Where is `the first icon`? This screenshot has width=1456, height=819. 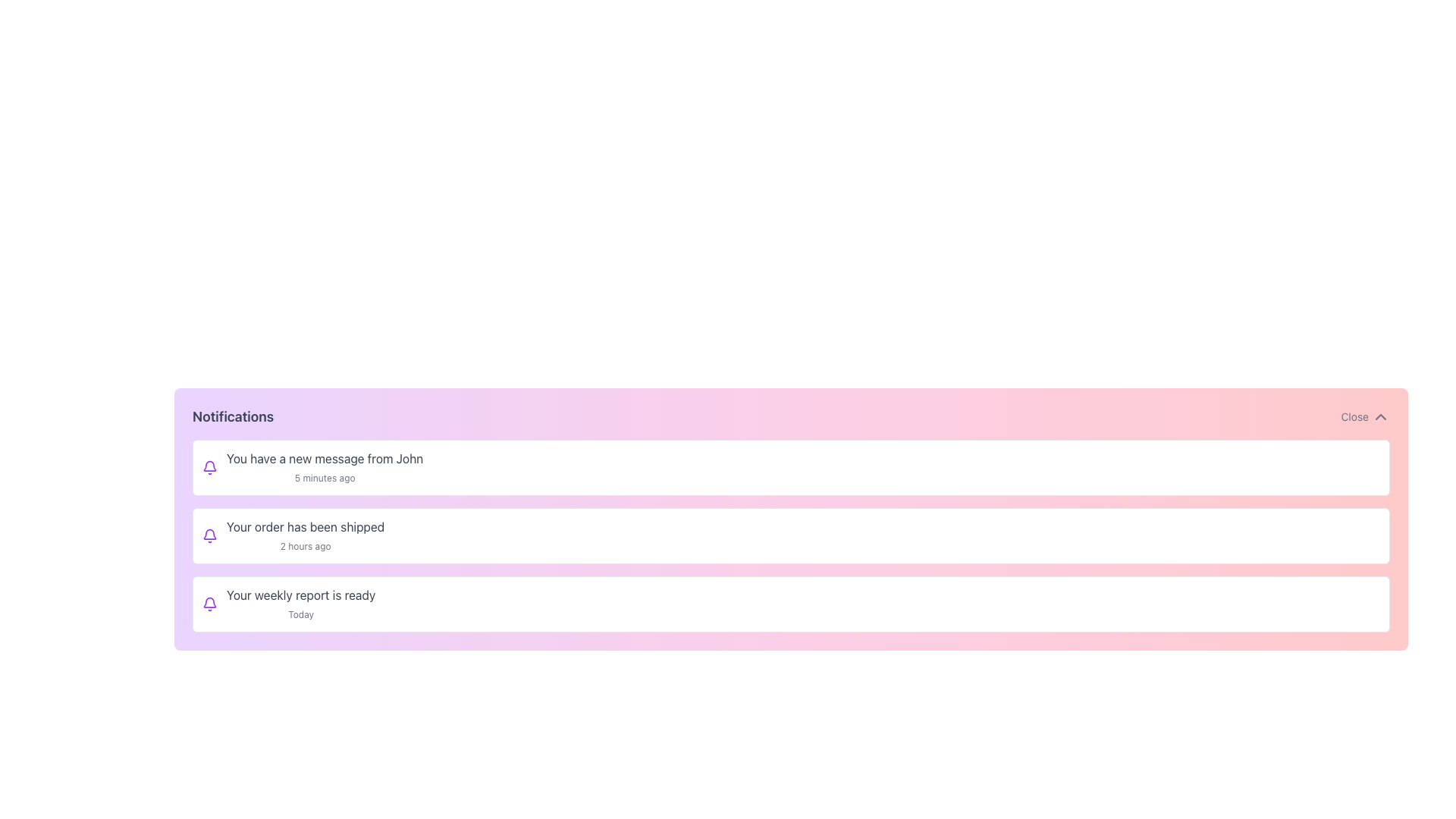
the first icon is located at coordinates (209, 467).